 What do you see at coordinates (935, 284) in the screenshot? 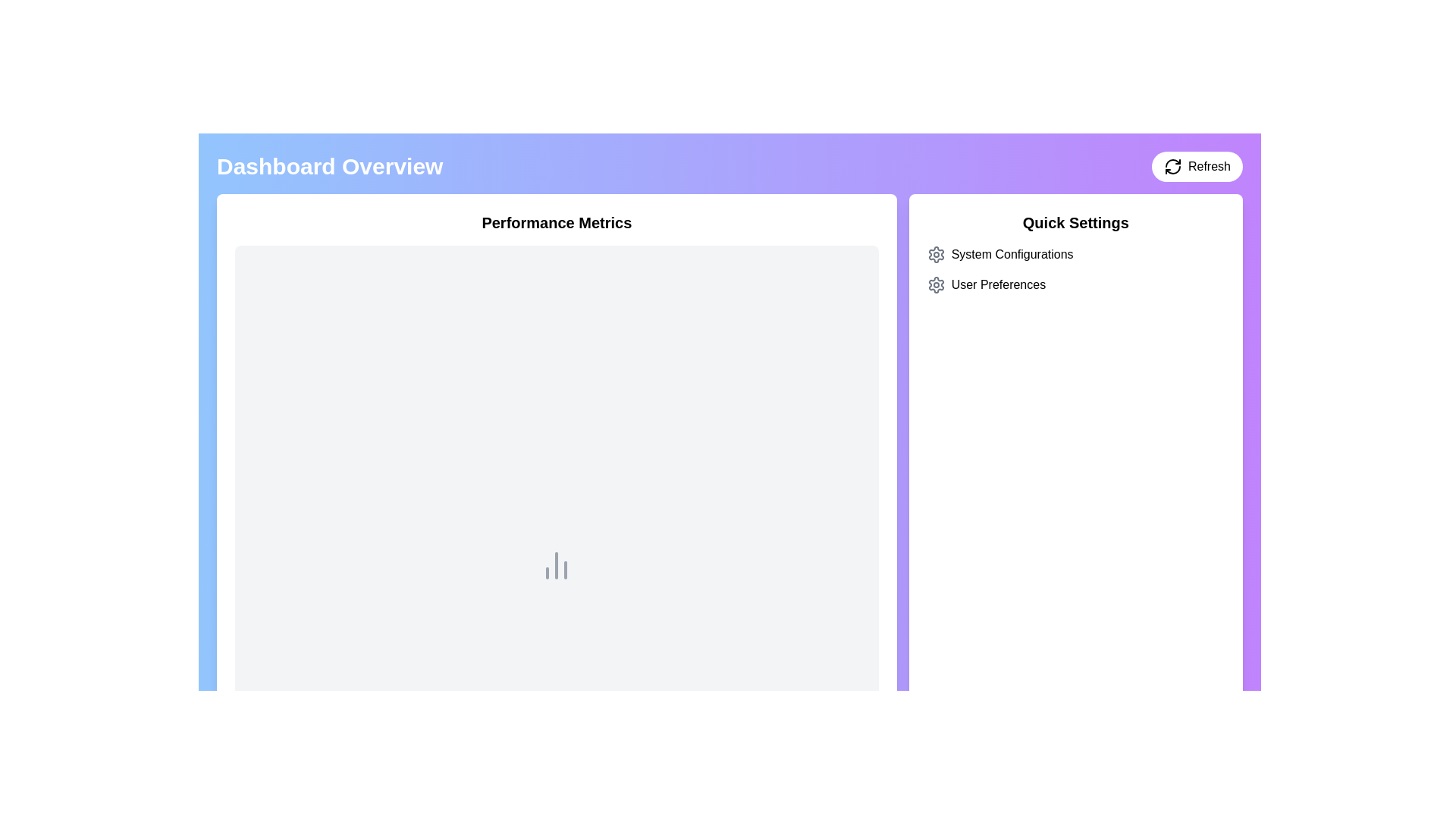
I see `the gear-shaped icon representing settings, located on the top-right side of the interface under the Quick Settings heading, next to 'System Configurations'` at bounding box center [935, 284].